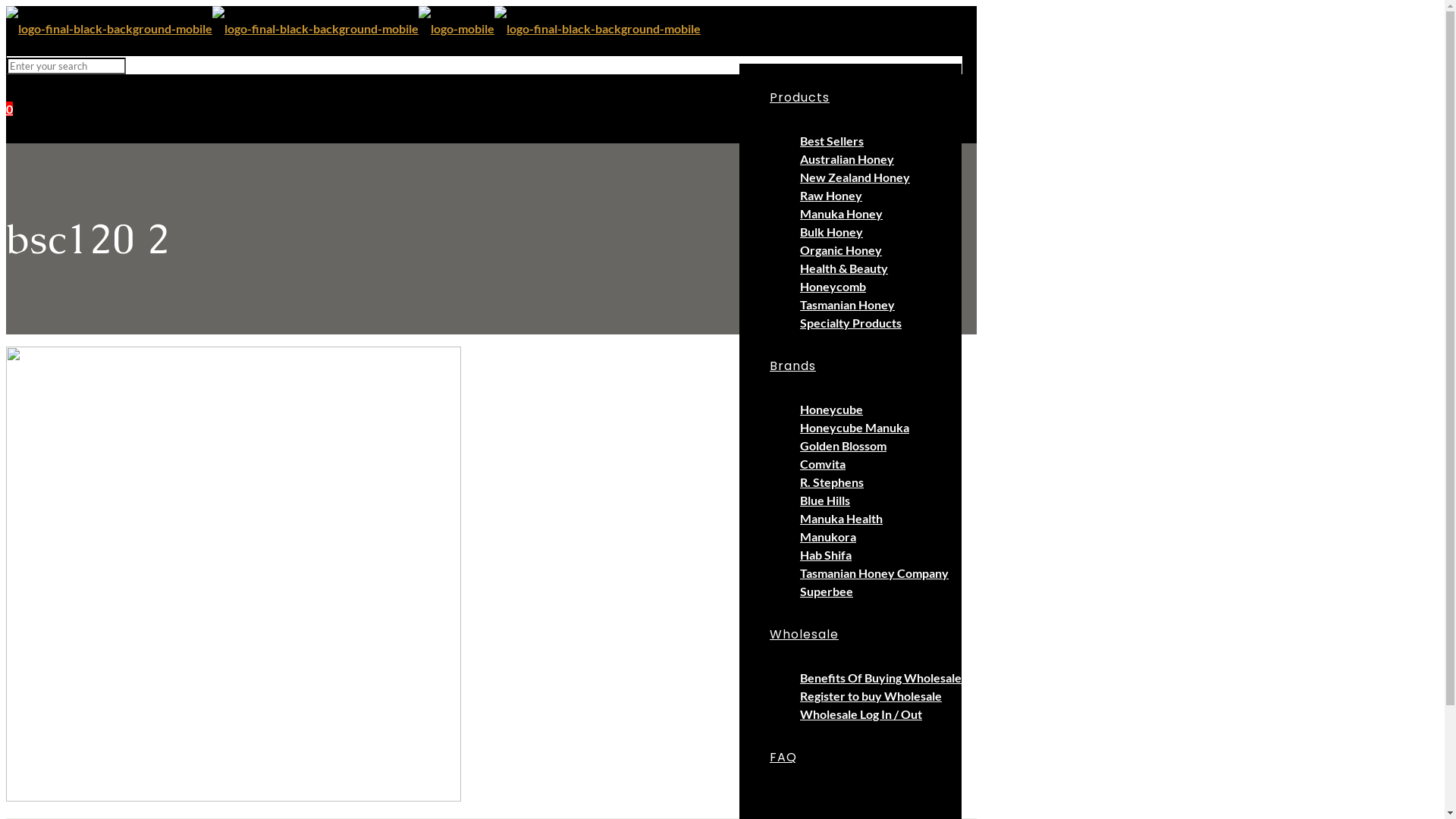 The image size is (1456, 819). What do you see at coordinates (9, 108) in the screenshot?
I see `'0'` at bounding box center [9, 108].